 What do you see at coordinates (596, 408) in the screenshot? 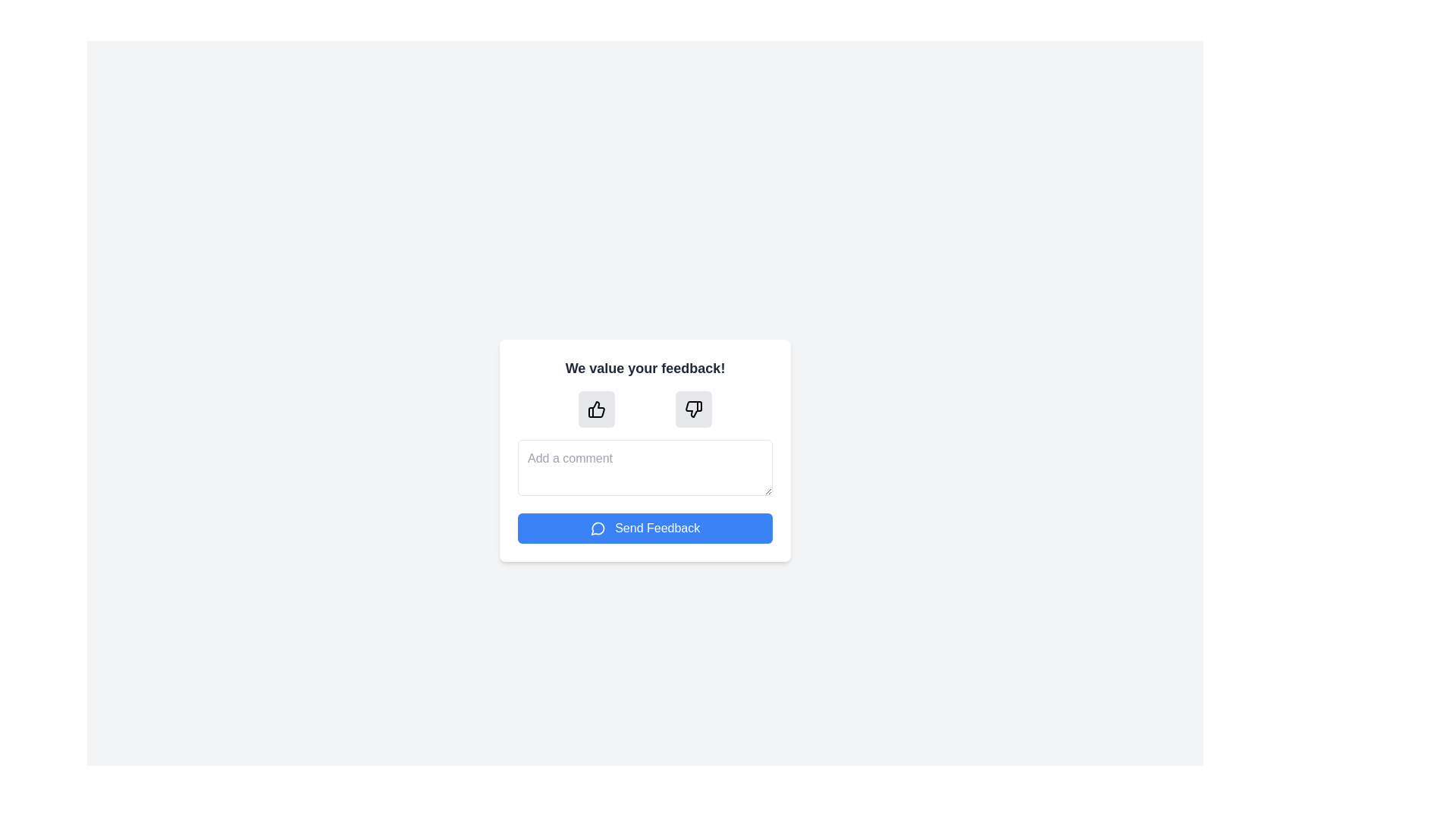
I see `the thumbs-up icon in the feedback panel, which is a vector graphic depicting a thumbs-up gesture, located to the left of the thumbs-down icon and above the comment input box` at bounding box center [596, 408].